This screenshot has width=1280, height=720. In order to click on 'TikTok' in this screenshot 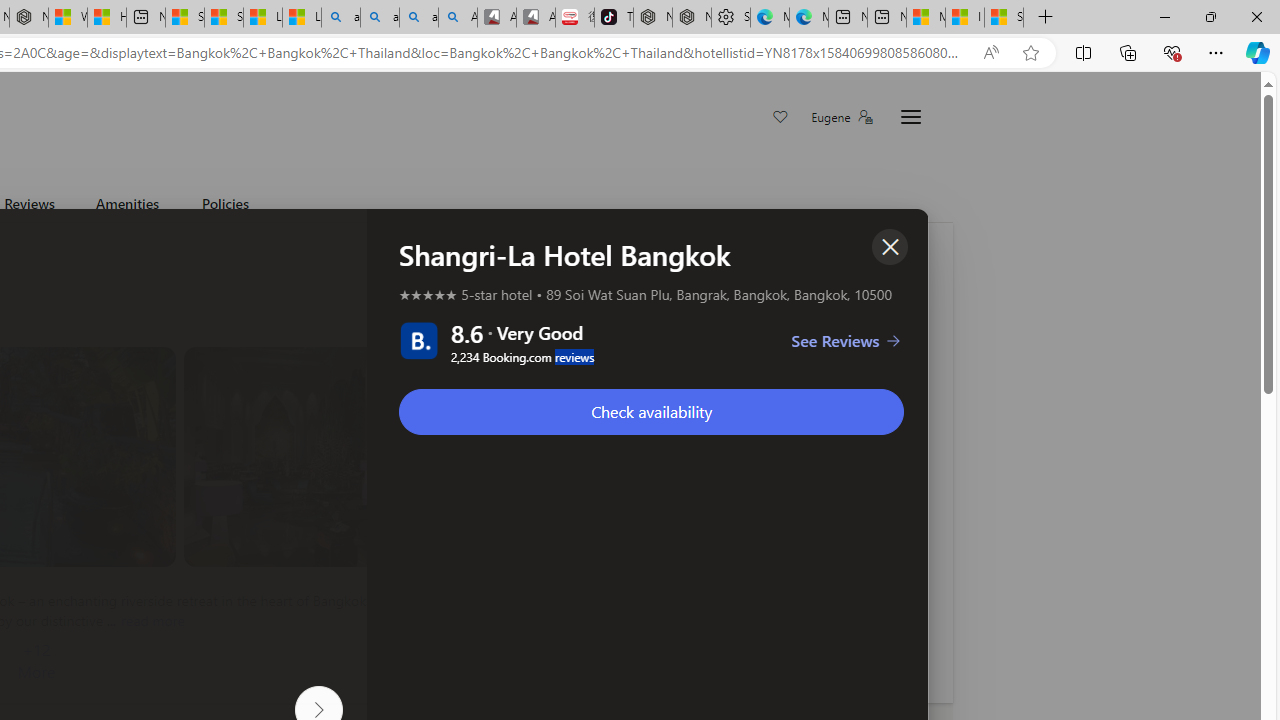, I will do `click(613, 17)`.